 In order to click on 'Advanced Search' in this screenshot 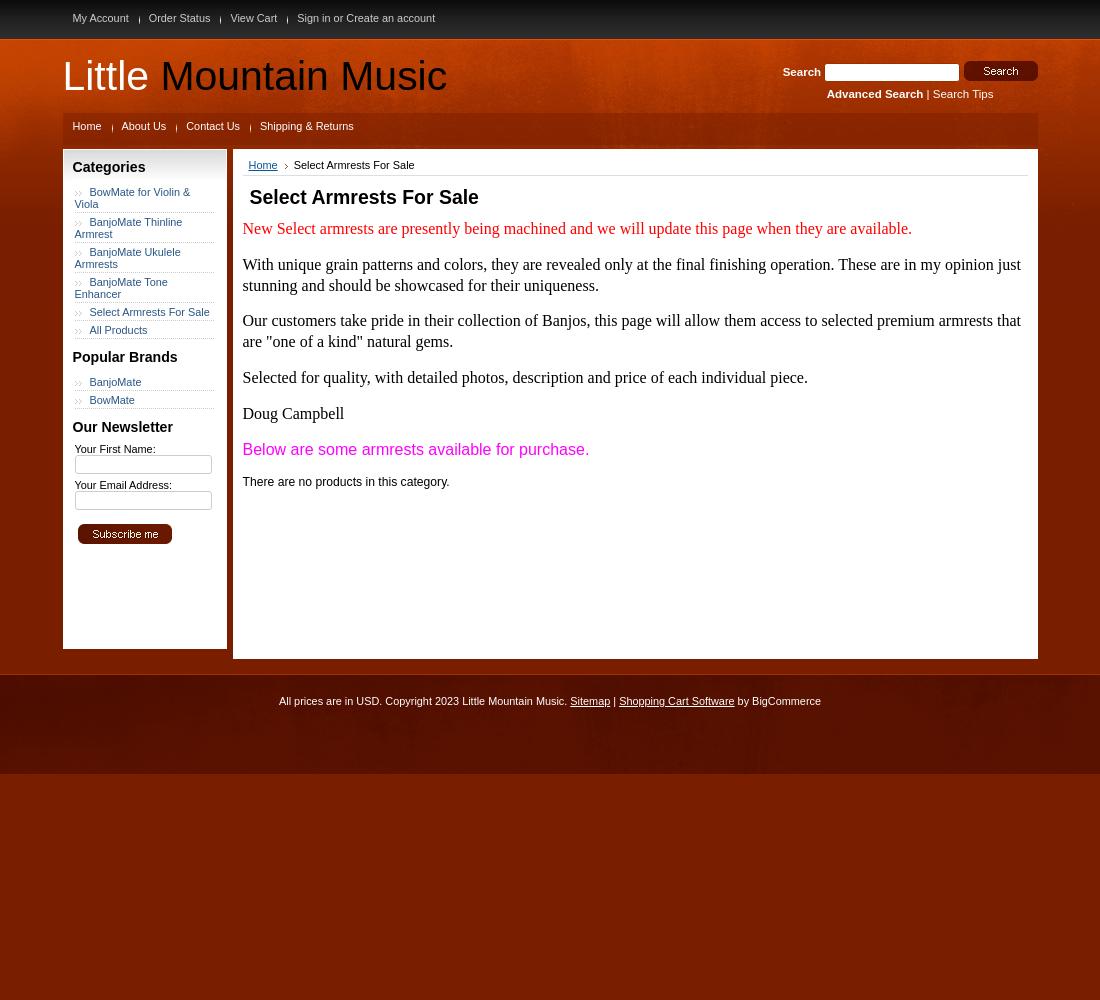, I will do `click(873, 93)`.